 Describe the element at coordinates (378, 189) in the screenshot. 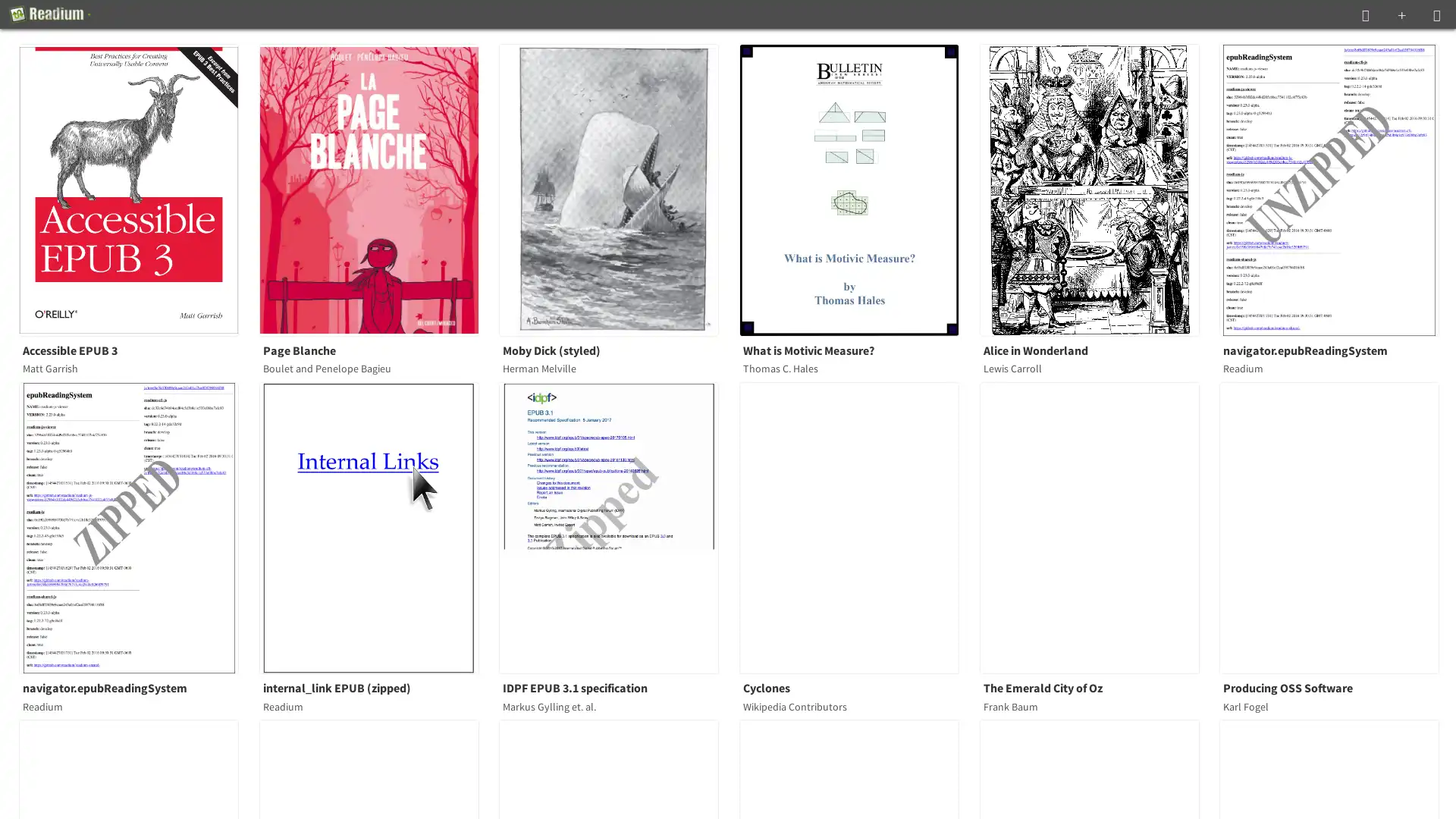

I see `(2) Page Blanche` at that location.